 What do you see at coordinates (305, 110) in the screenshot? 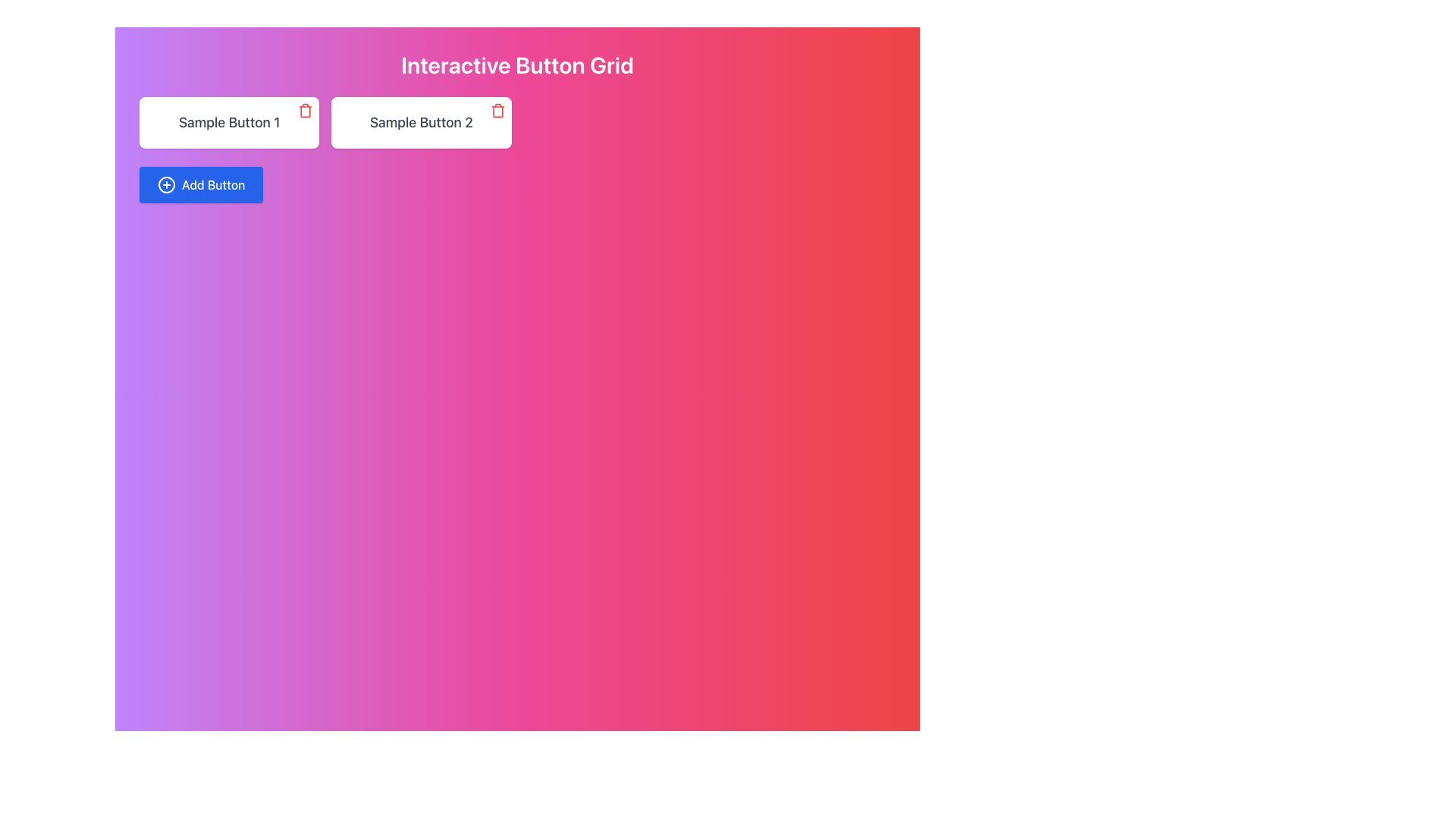
I see `the small red trash icon located at the top-right corner of the 'Sample Button 1' card` at bounding box center [305, 110].